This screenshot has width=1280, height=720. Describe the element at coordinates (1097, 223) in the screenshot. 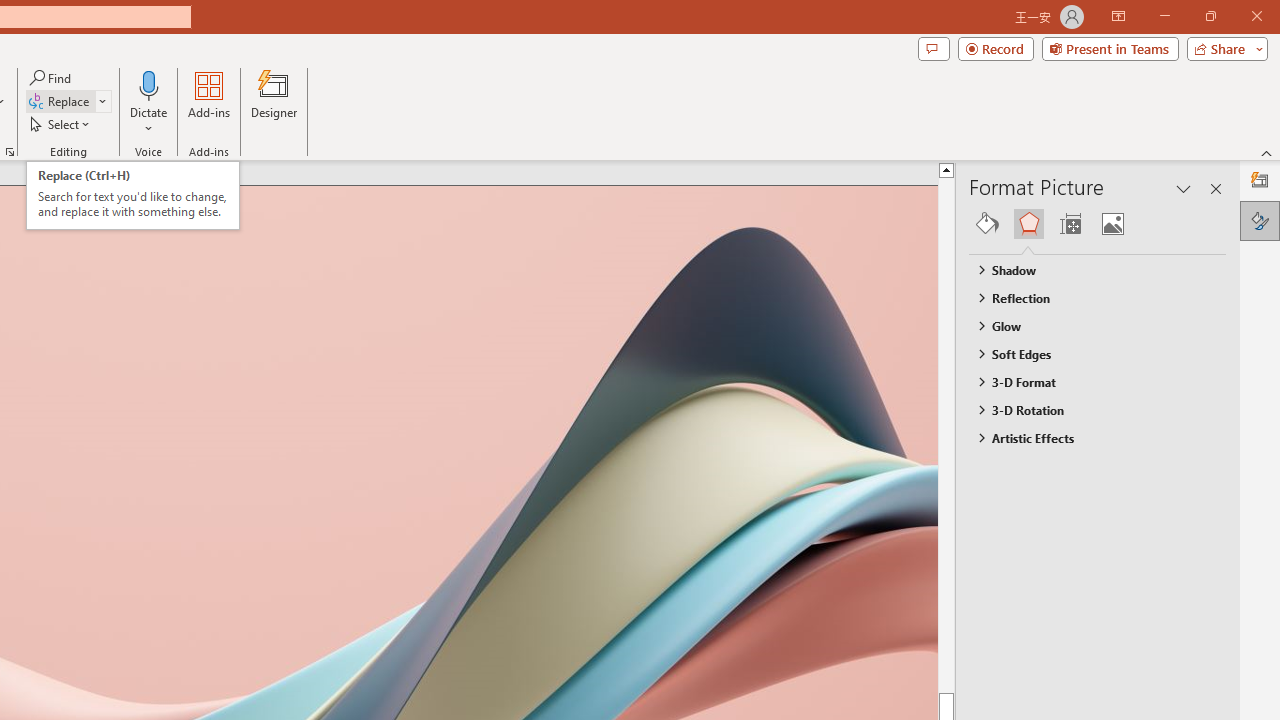

I see `'Class: NetUIGalleryContainer'` at that location.